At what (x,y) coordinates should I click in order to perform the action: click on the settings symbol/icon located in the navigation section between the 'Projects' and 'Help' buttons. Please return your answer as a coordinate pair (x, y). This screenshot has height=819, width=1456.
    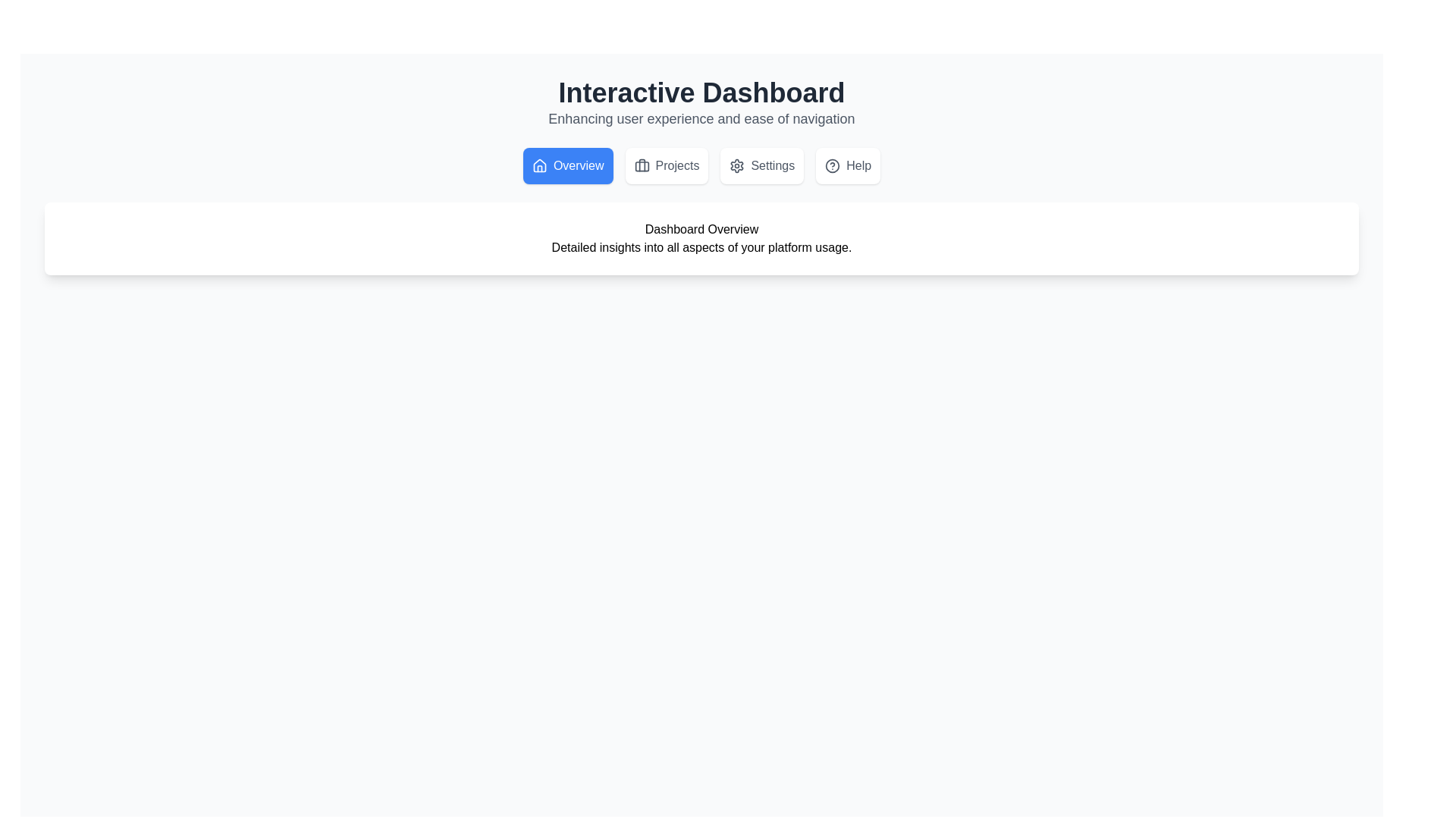
    Looking at the image, I should click on (737, 166).